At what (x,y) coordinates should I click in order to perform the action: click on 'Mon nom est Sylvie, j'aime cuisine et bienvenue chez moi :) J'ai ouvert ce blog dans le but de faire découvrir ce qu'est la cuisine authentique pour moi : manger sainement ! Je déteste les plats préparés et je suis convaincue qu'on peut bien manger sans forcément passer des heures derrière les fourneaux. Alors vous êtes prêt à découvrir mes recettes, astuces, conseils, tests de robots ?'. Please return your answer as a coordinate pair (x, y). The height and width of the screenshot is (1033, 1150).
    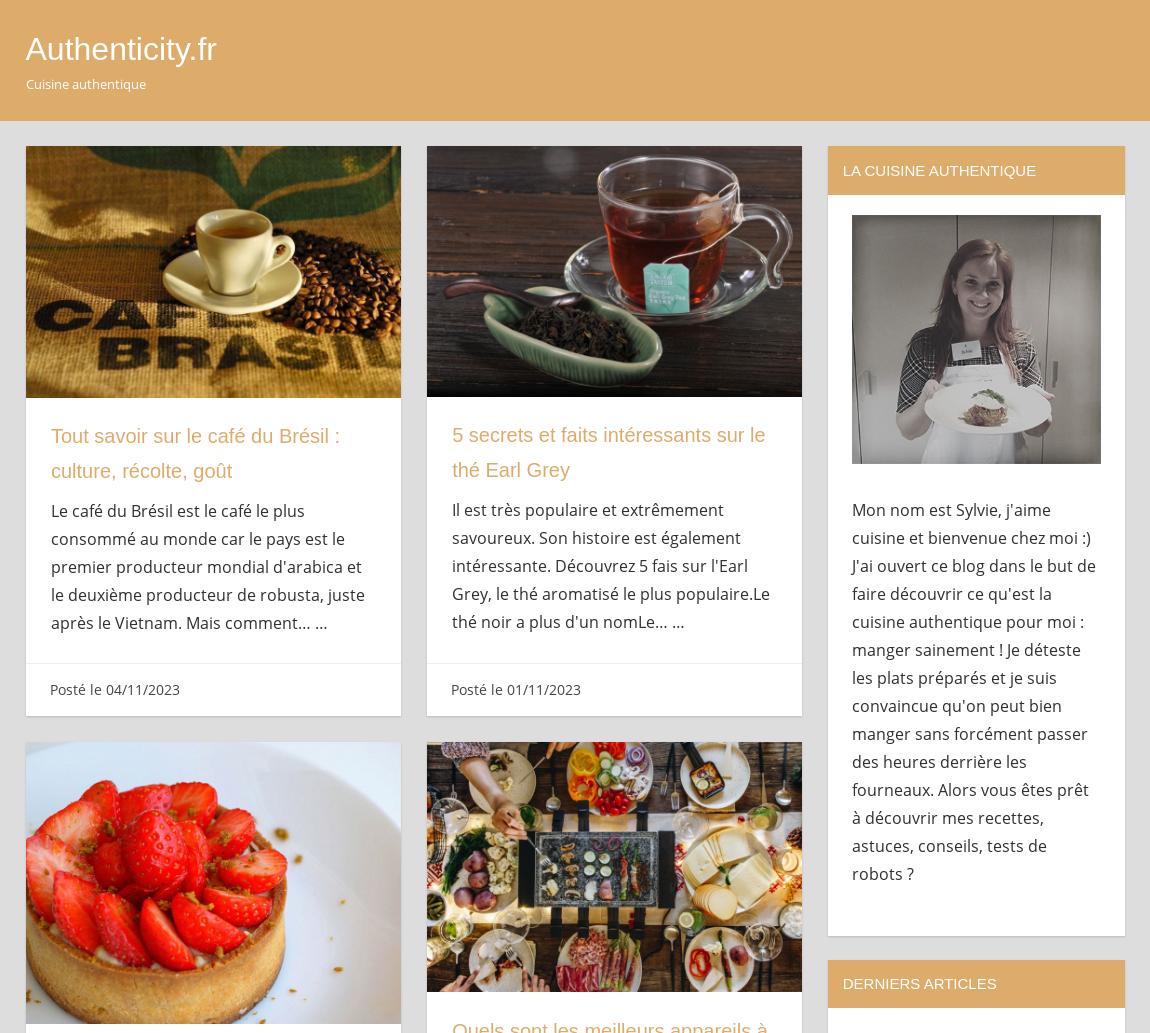
    Looking at the image, I should click on (850, 690).